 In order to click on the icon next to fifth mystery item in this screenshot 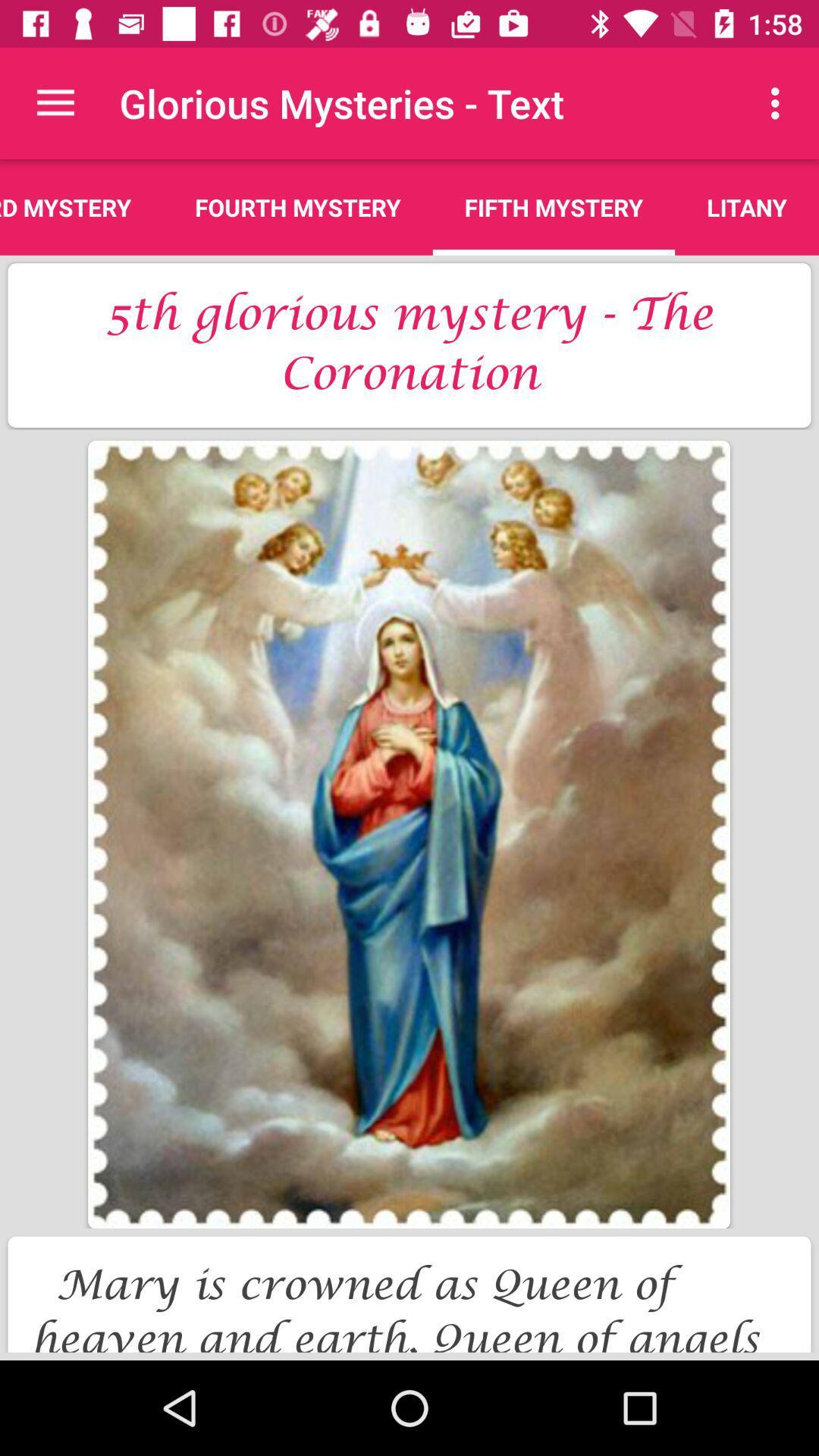, I will do `click(298, 206)`.